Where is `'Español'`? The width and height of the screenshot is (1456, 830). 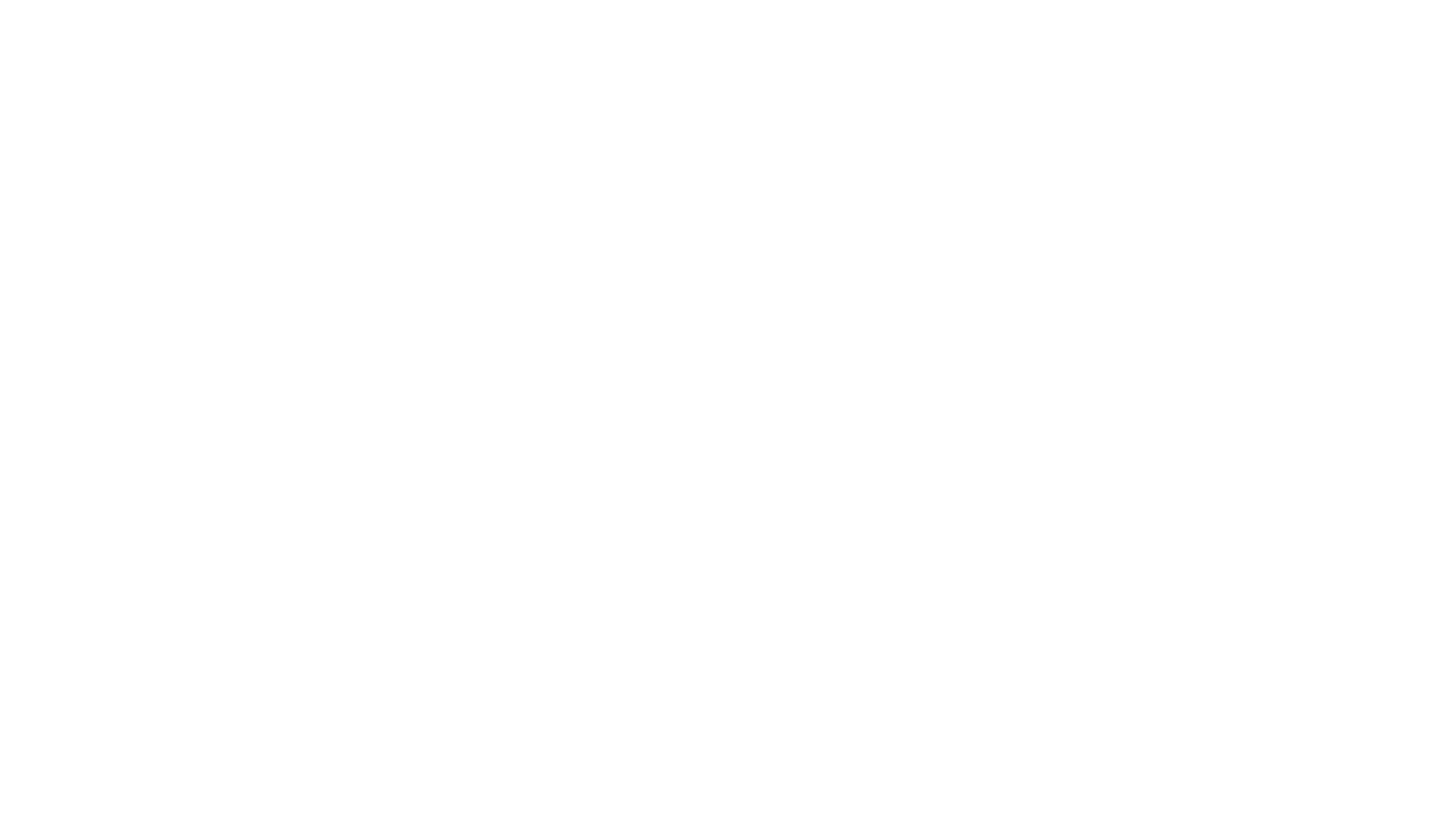 'Español' is located at coordinates (775, 492).